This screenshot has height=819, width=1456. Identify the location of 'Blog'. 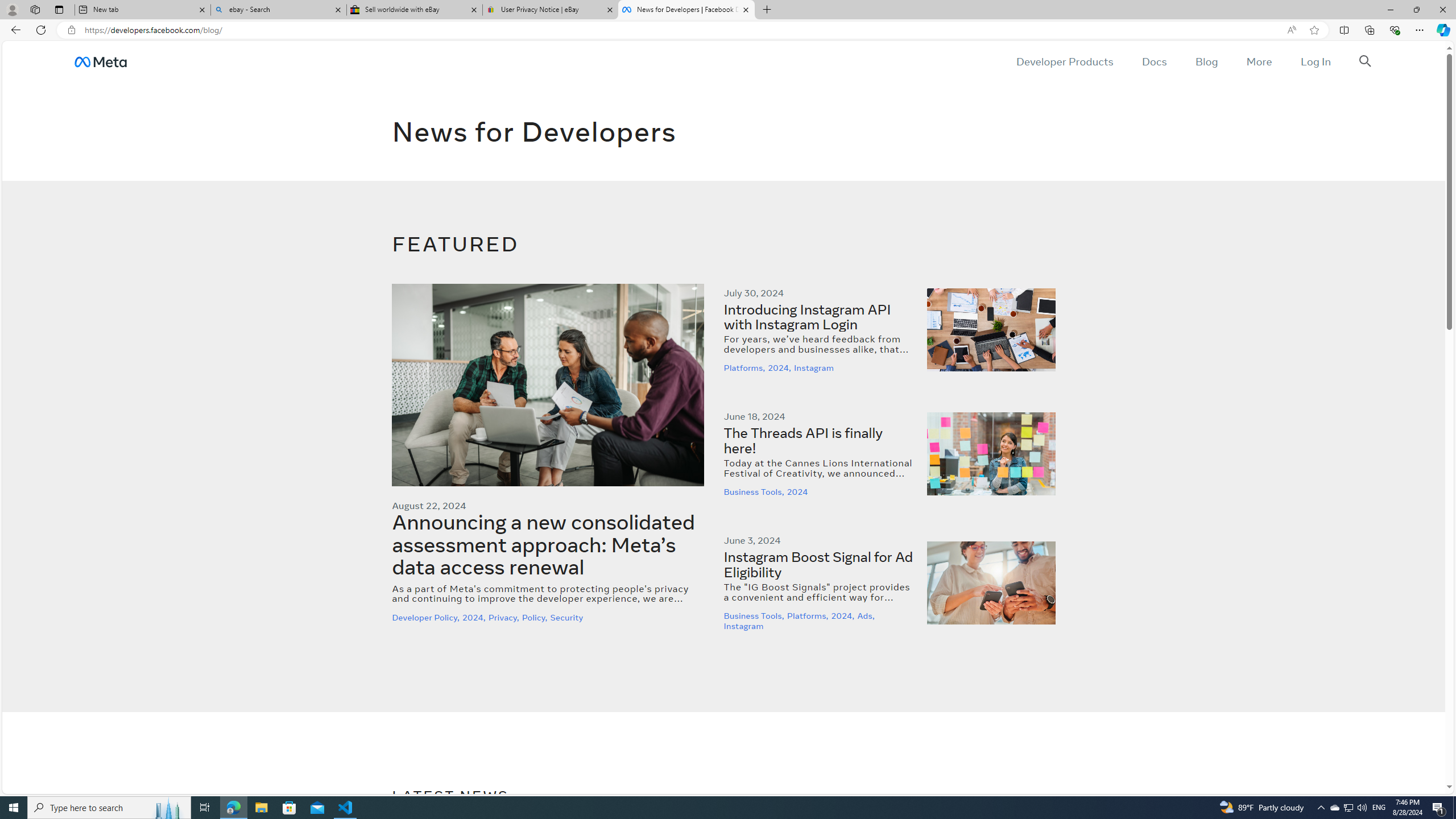
(1205, 61).